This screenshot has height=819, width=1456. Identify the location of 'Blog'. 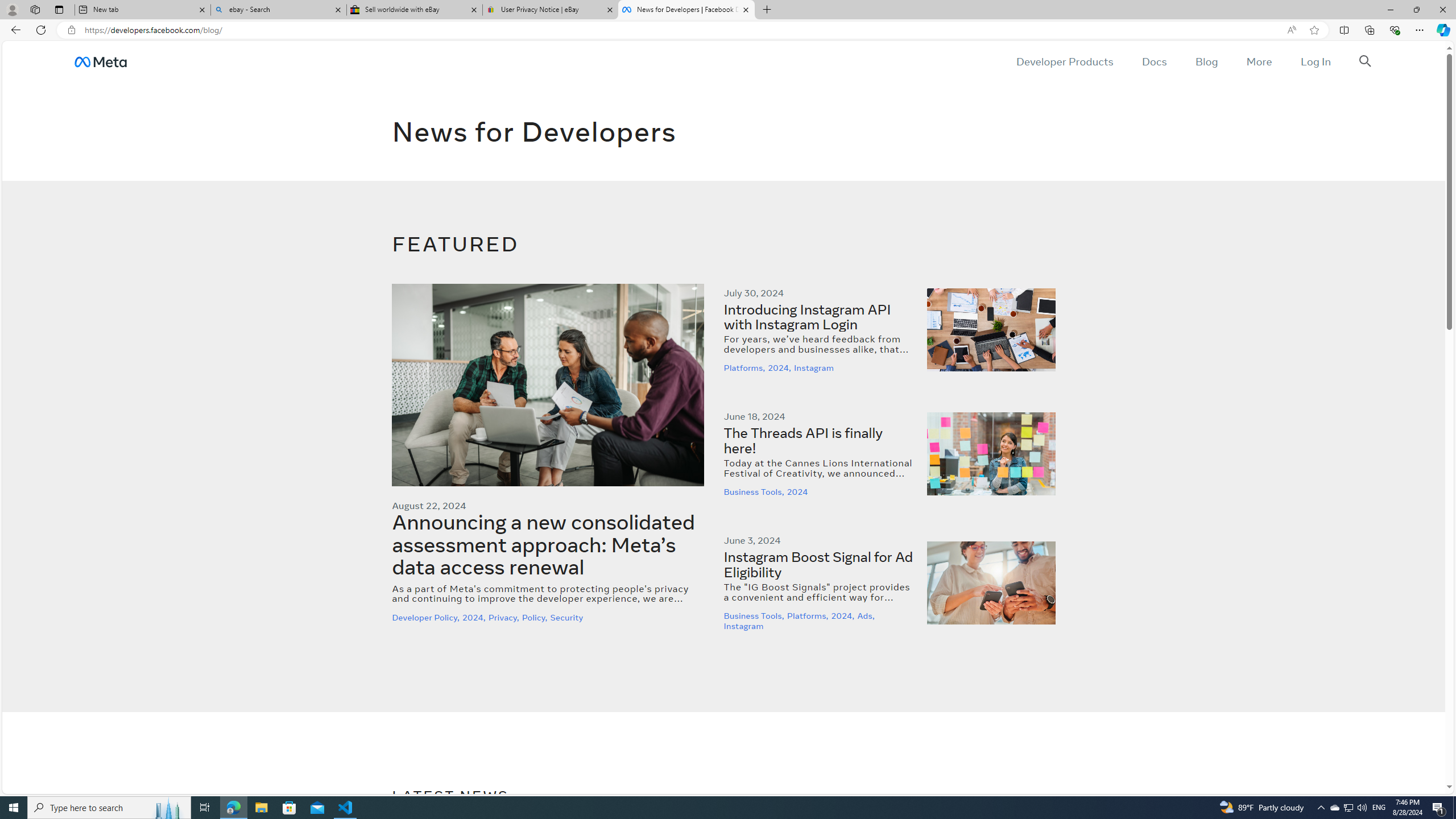
(1205, 61).